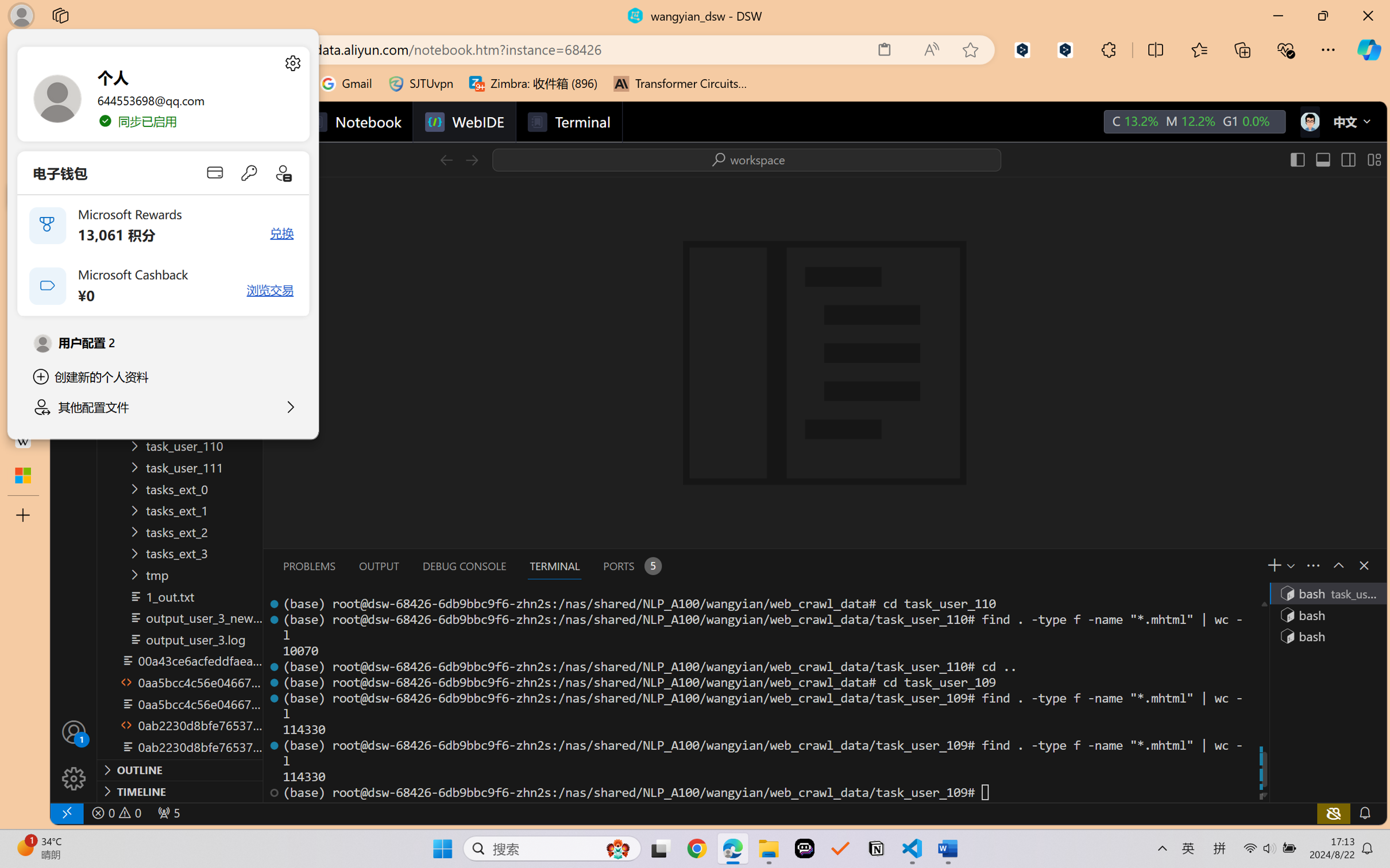  What do you see at coordinates (1326, 614) in the screenshot?
I see `'Terminal 2 bash'` at bounding box center [1326, 614].